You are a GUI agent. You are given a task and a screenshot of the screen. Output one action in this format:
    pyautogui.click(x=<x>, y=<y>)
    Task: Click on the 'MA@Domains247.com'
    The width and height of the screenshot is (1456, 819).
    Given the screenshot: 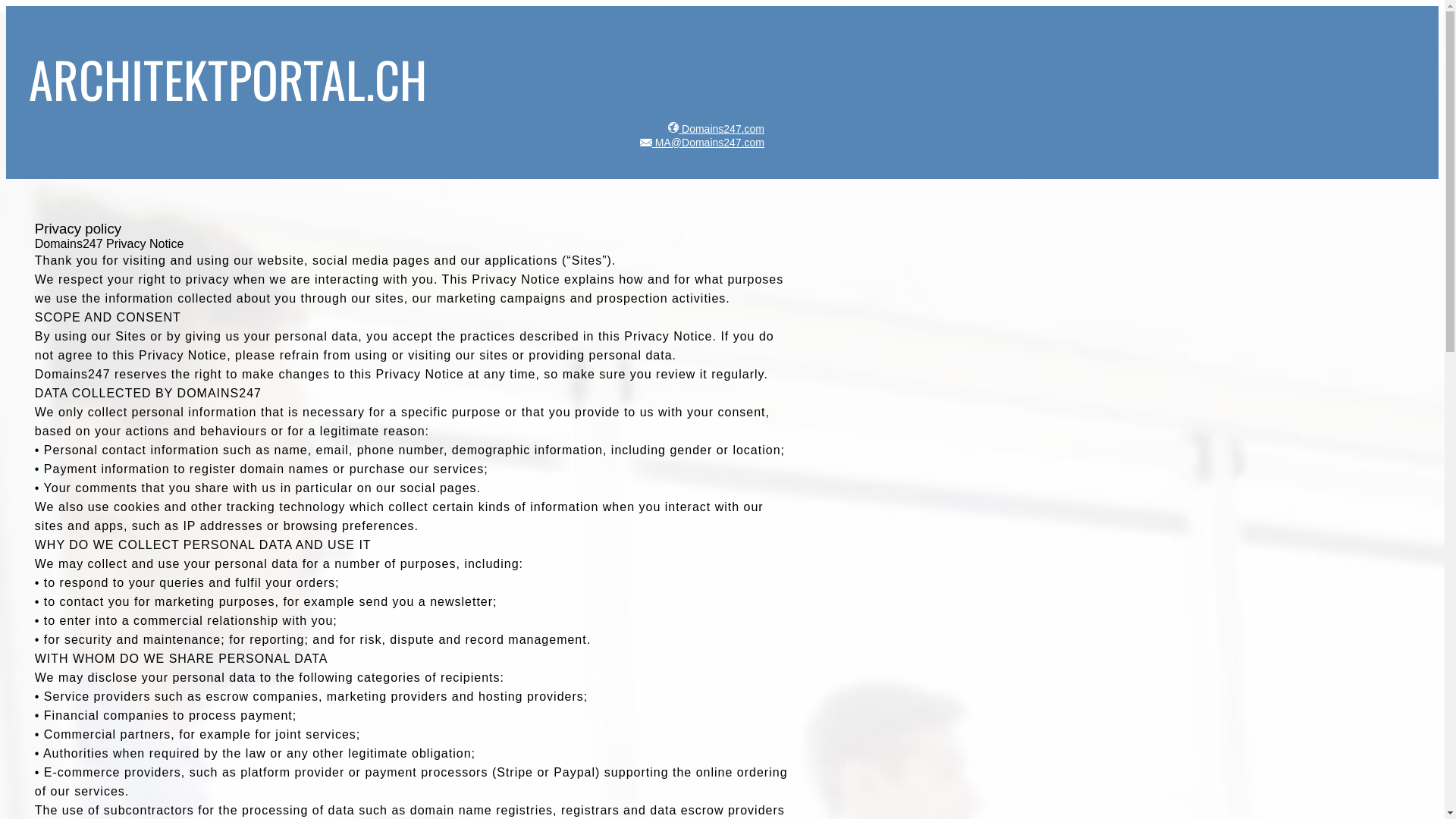 What is the action you would take?
    pyautogui.click(x=699, y=143)
    